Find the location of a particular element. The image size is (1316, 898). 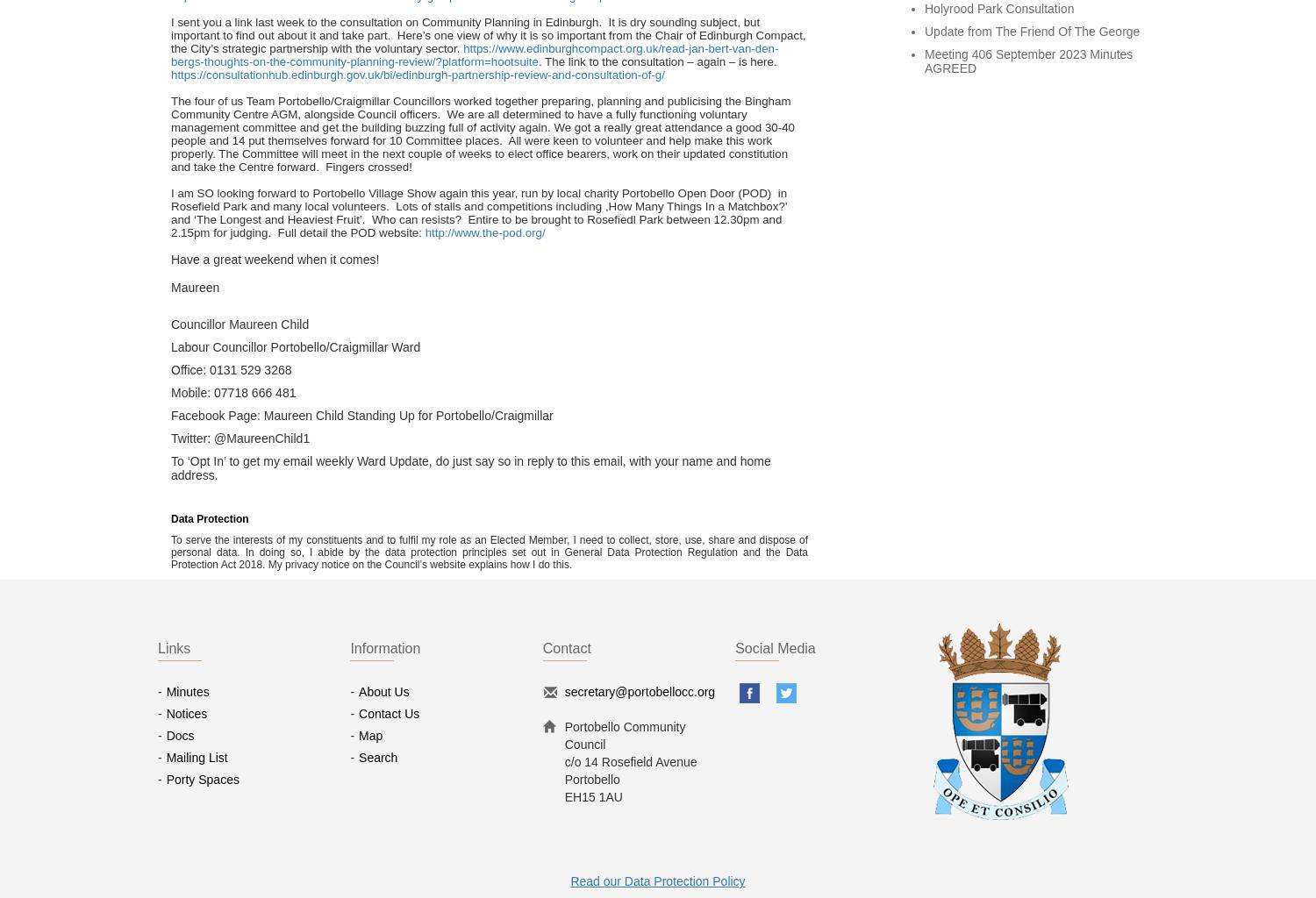

'Maureen' is located at coordinates (170, 286).